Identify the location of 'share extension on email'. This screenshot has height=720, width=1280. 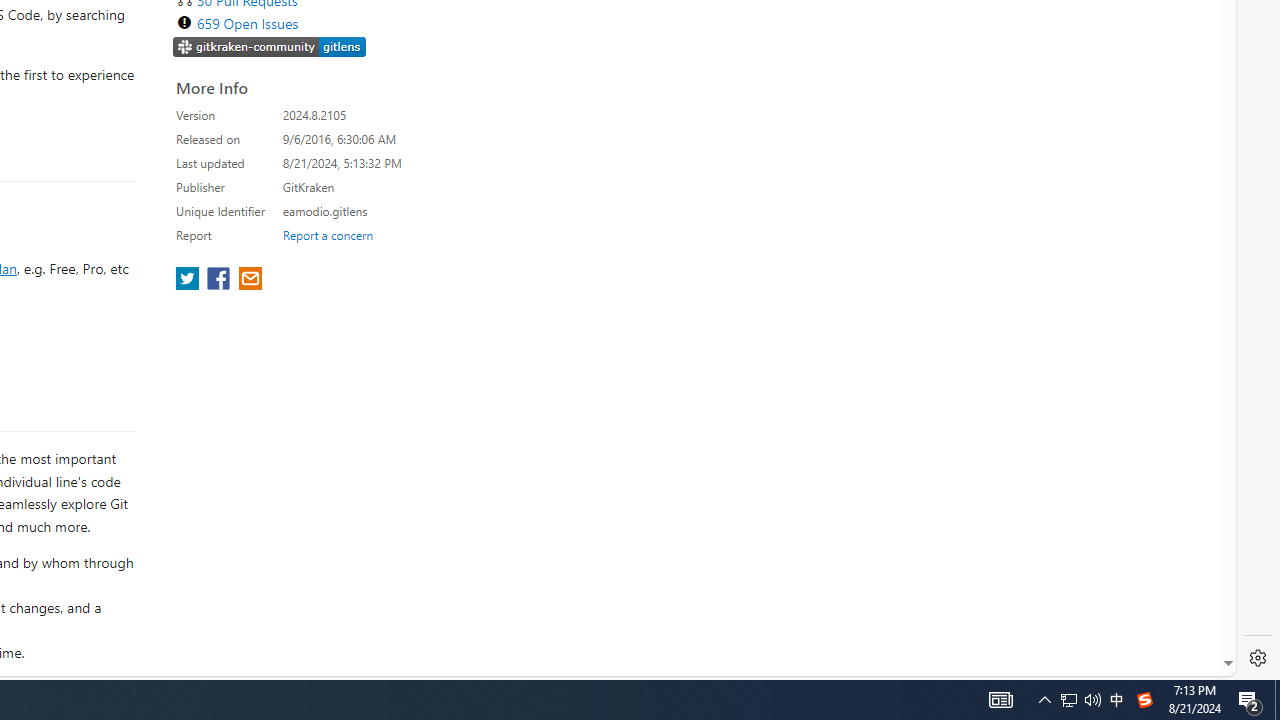
(248, 280).